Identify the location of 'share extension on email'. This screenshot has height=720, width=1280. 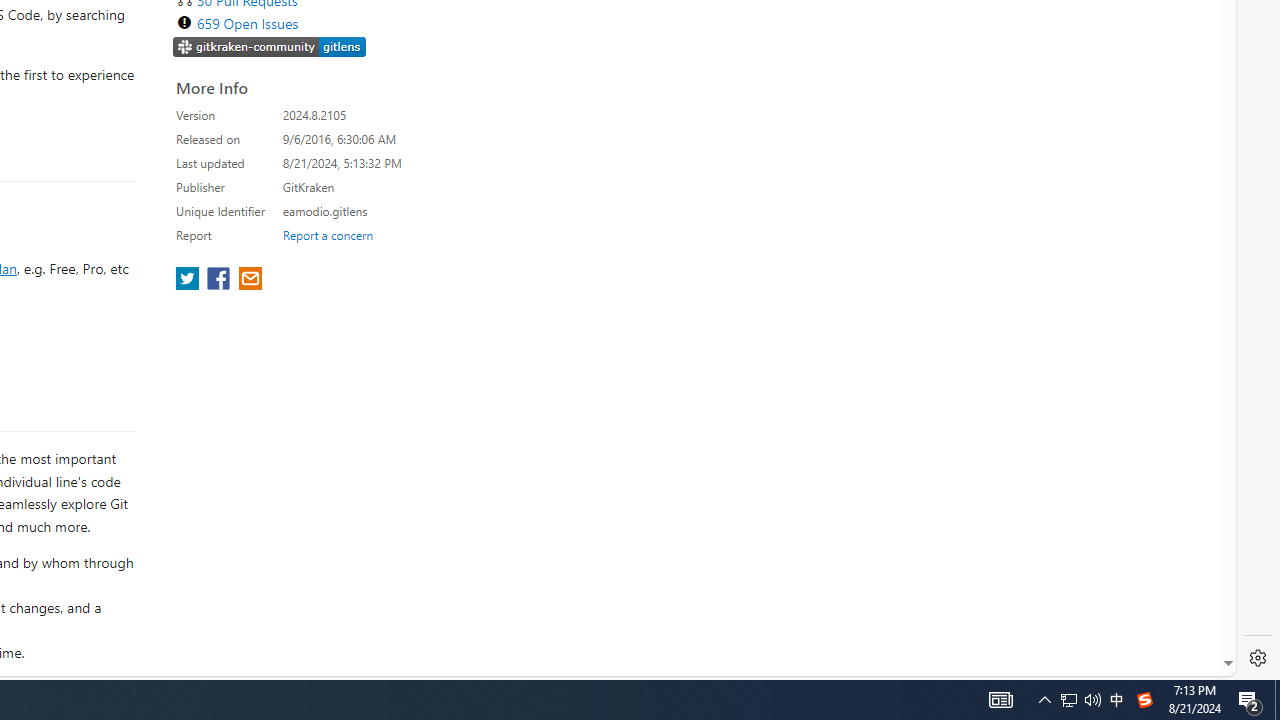
(248, 280).